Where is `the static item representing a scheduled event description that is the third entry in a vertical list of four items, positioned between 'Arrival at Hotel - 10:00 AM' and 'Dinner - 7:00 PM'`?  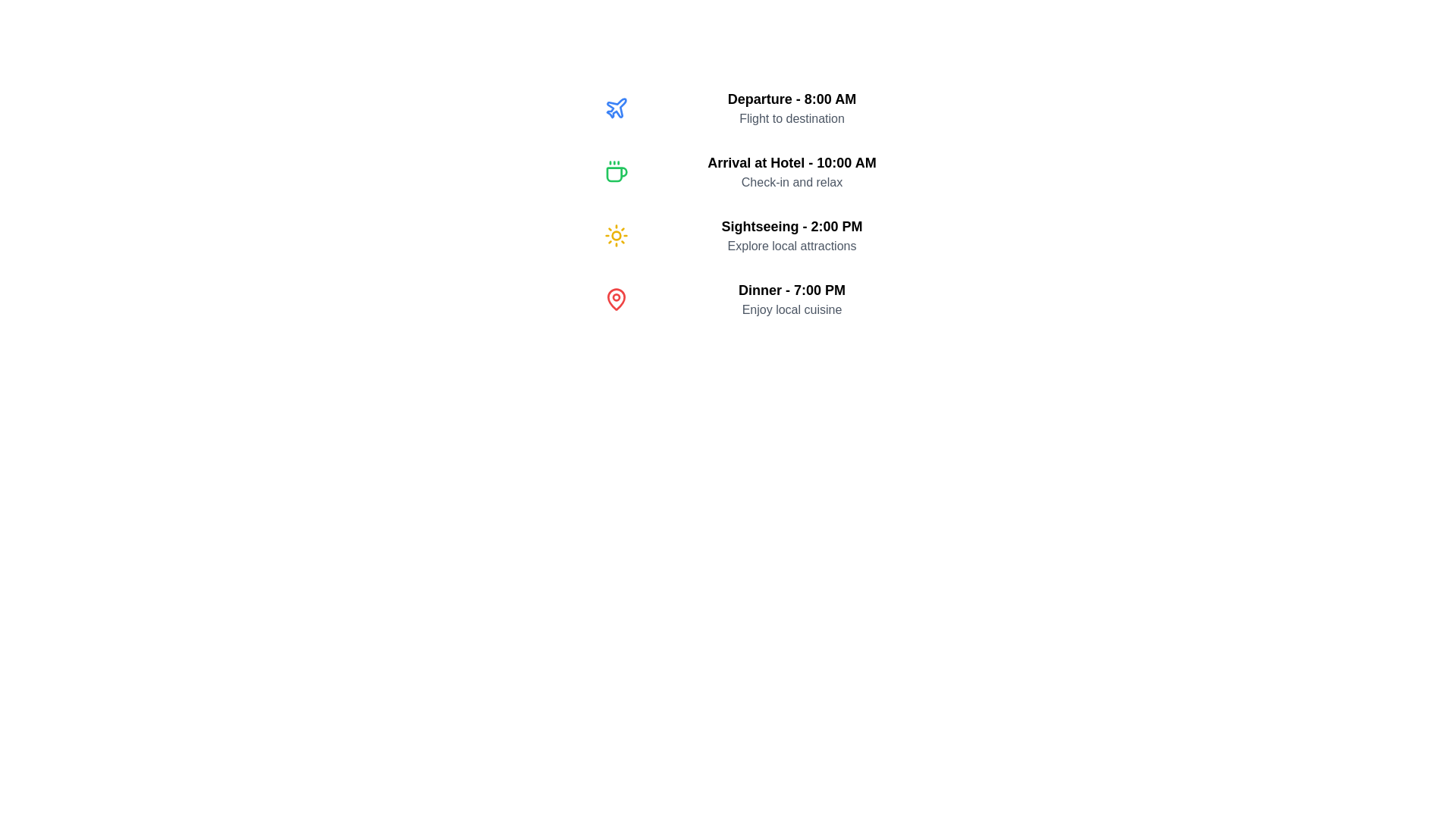 the static item representing a scheduled event description that is the third entry in a vertical list of four items, positioned between 'Arrival at Hotel - 10:00 AM' and 'Dinner - 7:00 PM' is located at coordinates (773, 236).